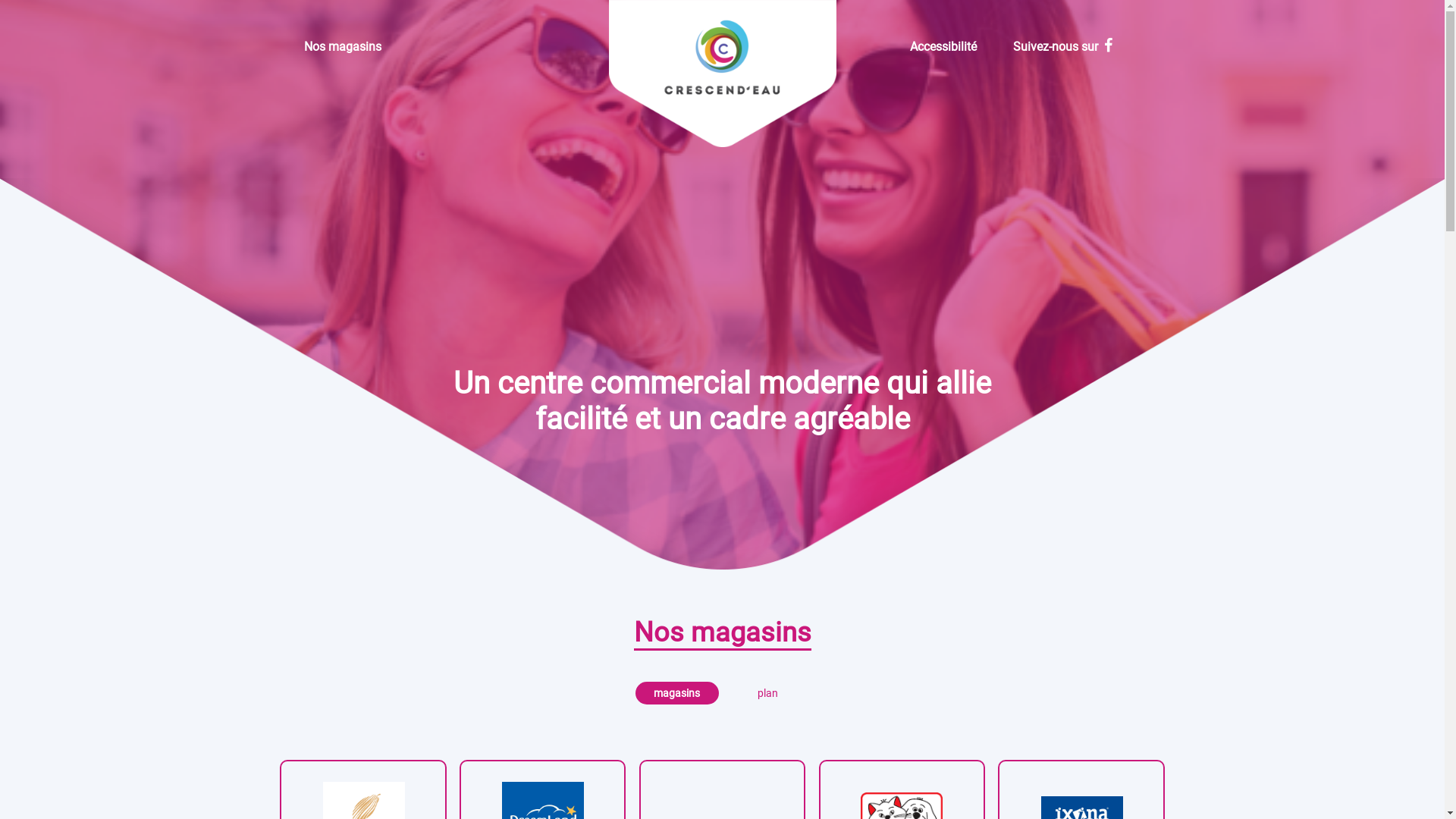 The height and width of the screenshot is (819, 1456). Describe the element at coordinates (341, 45) in the screenshot. I see `'Nos magasins'` at that location.